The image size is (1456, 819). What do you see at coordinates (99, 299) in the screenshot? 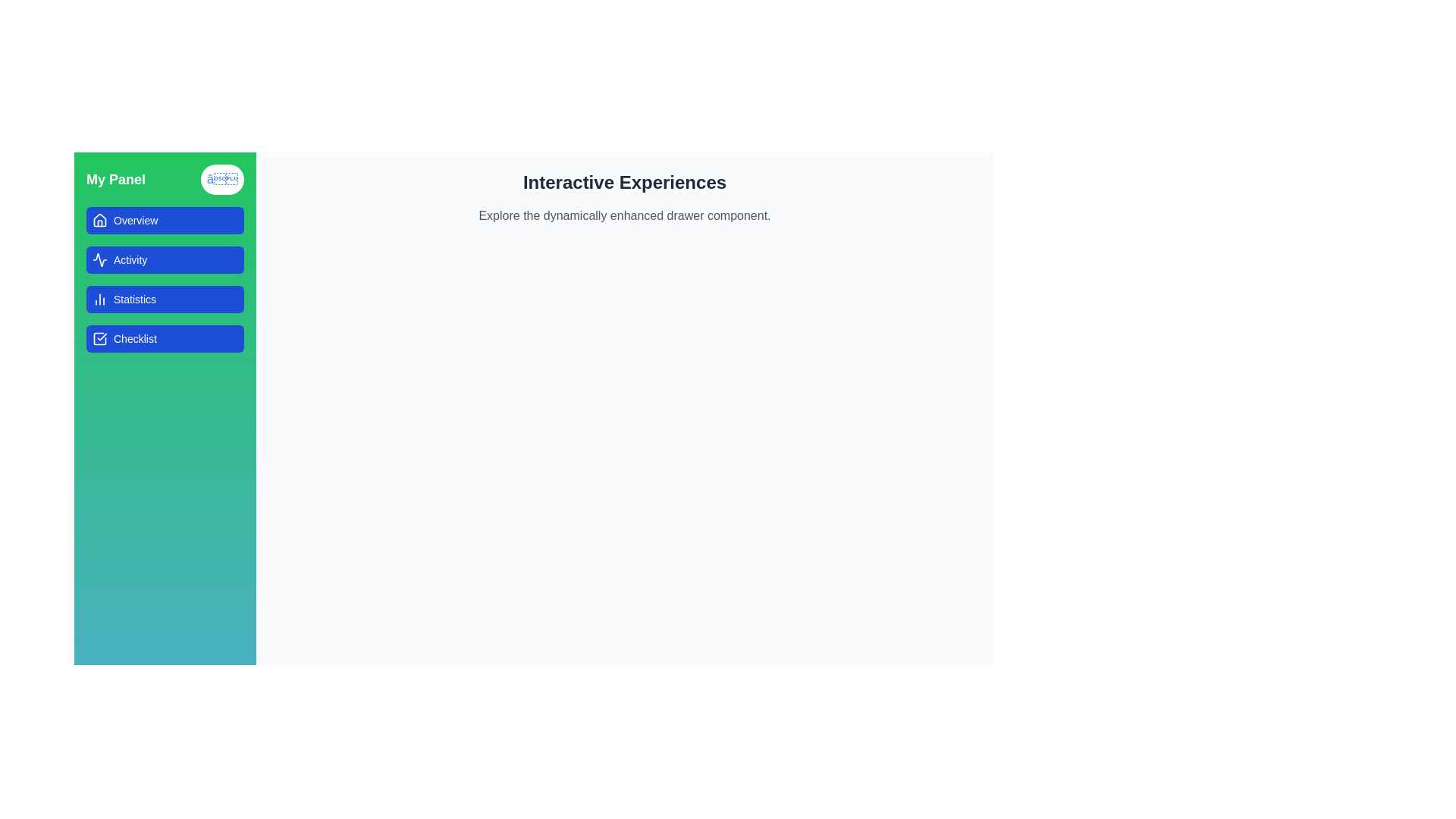
I see `the line chart icon inside the blue 'Statistics' button` at bounding box center [99, 299].